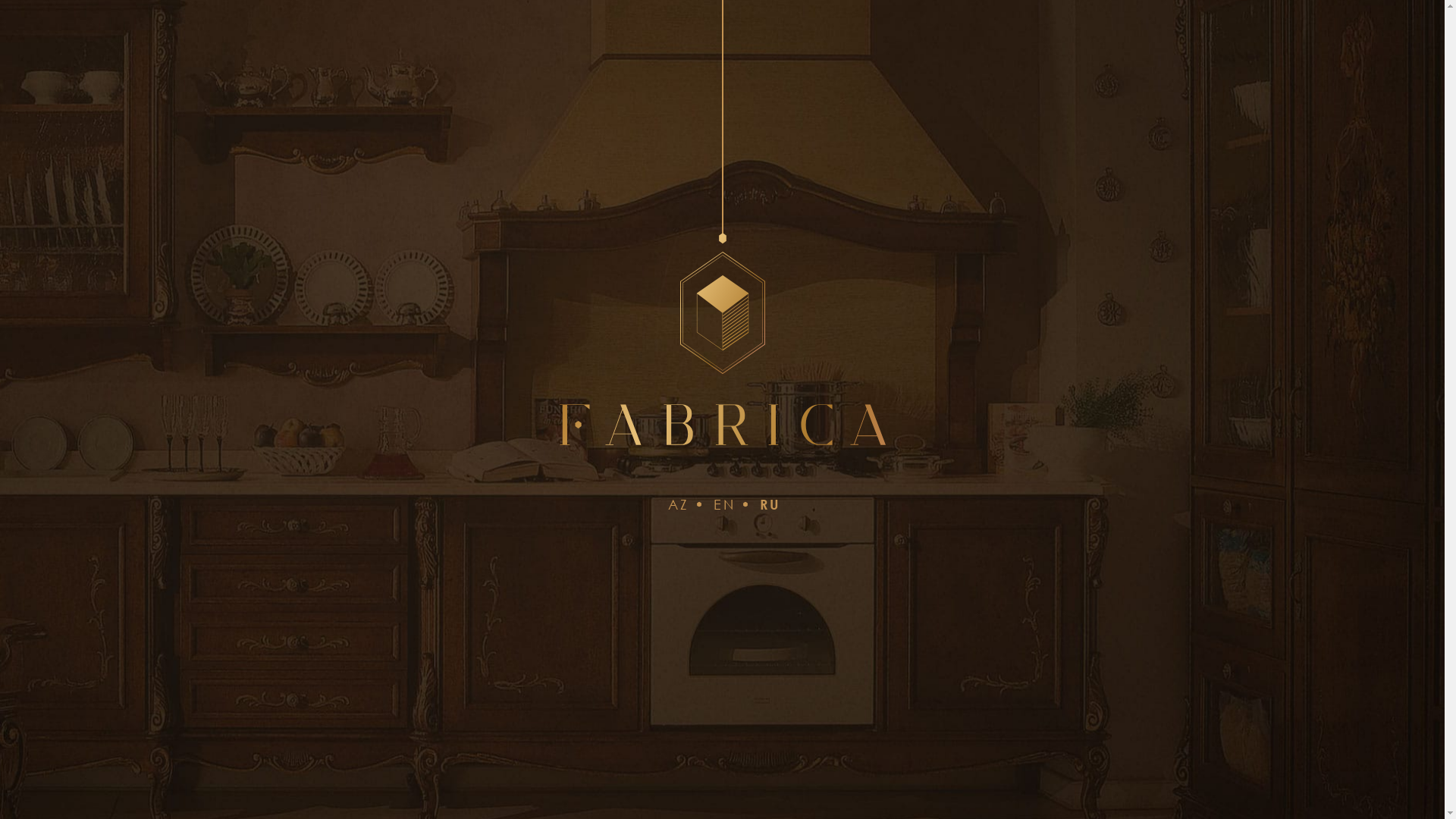 Image resolution: width=1456 pixels, height=819 pixels. What do you see at coordinates (760, 504) in the screenshot?
I see `'RU'` at bounding box center [760, 504].